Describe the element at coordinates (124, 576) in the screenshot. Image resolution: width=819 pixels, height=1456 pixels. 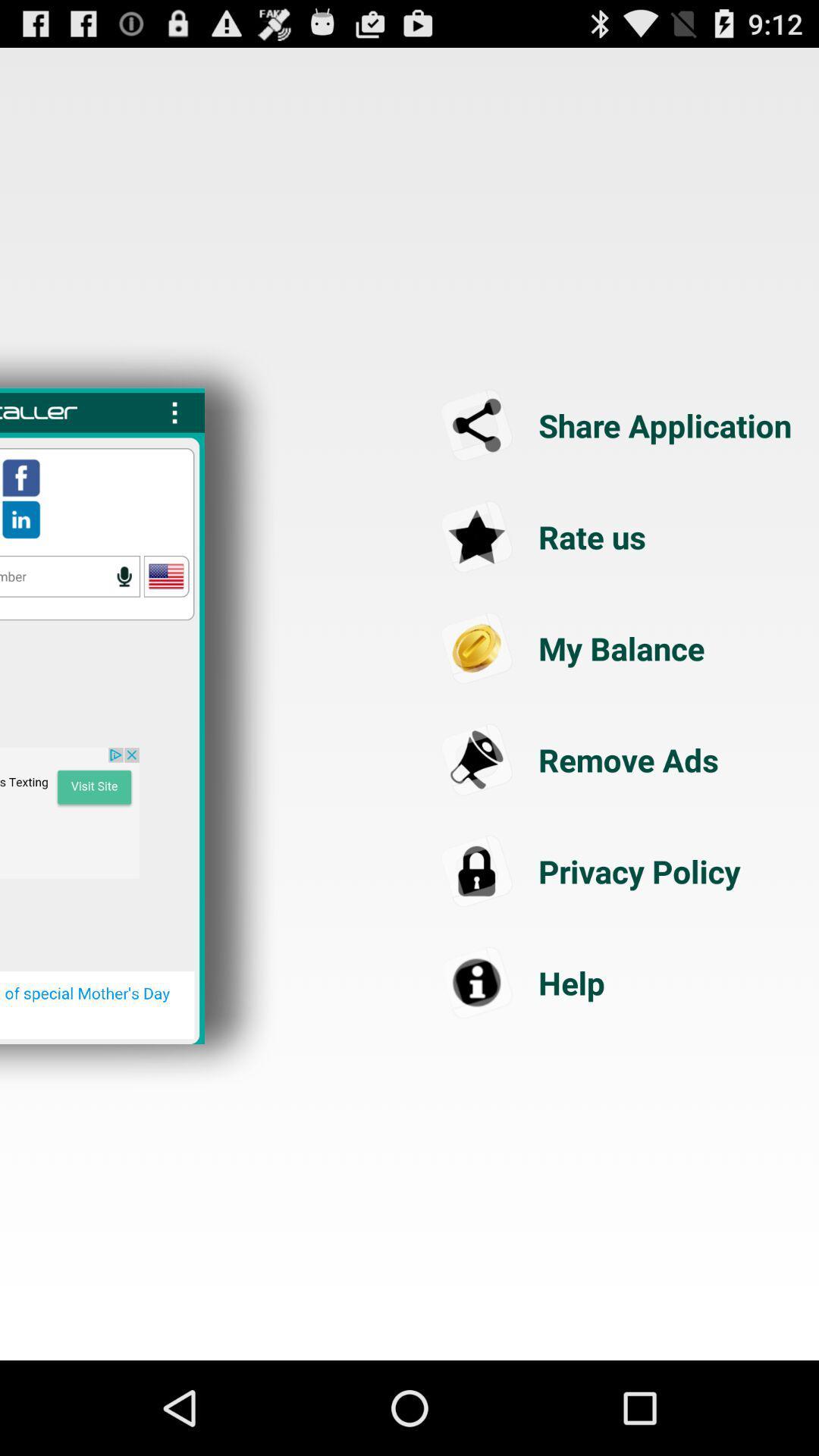
I see `engage microphone` at that location.